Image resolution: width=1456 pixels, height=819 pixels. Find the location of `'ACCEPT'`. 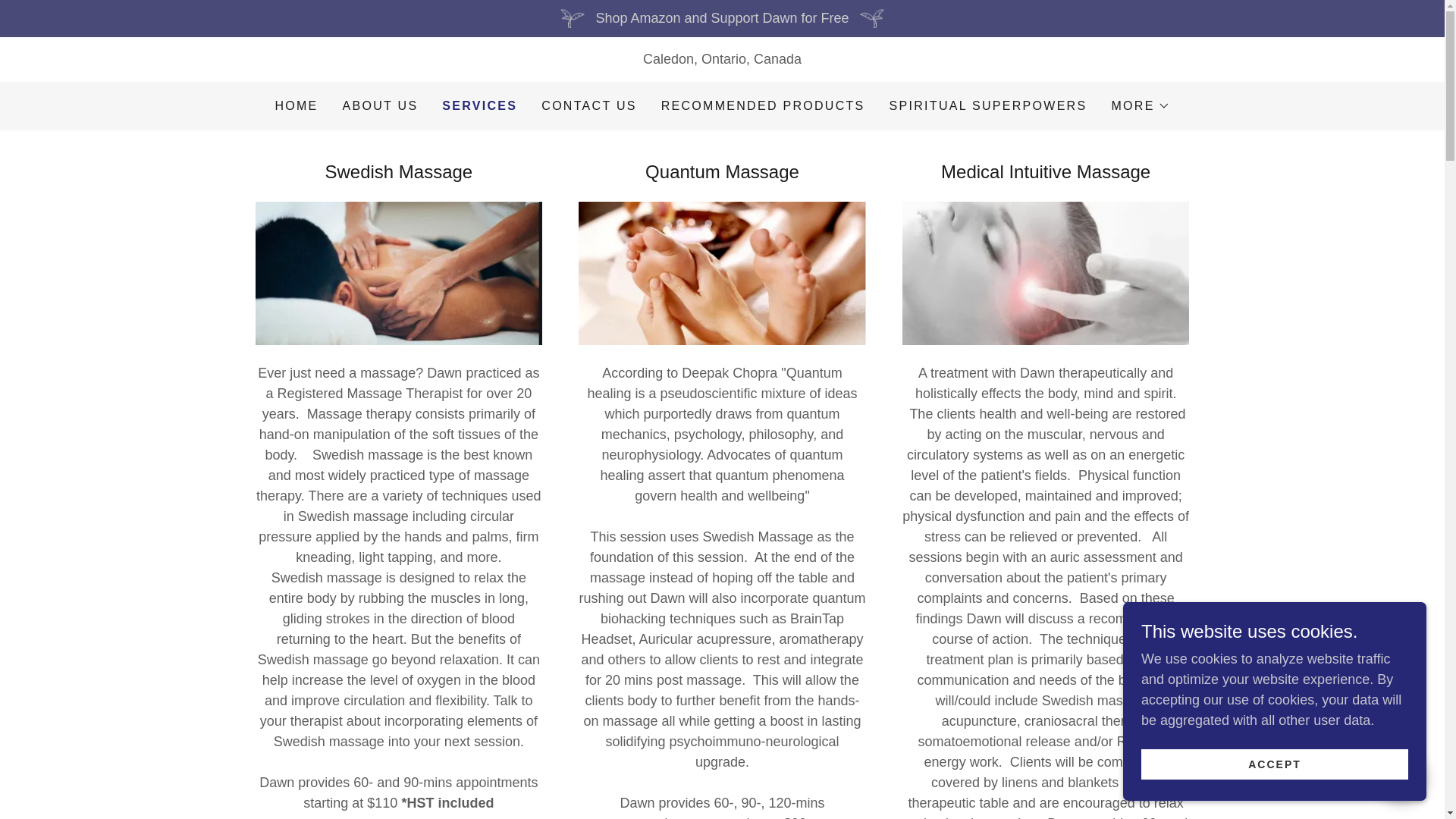

'ACCEPT' is located at coordinates (1274, 764).